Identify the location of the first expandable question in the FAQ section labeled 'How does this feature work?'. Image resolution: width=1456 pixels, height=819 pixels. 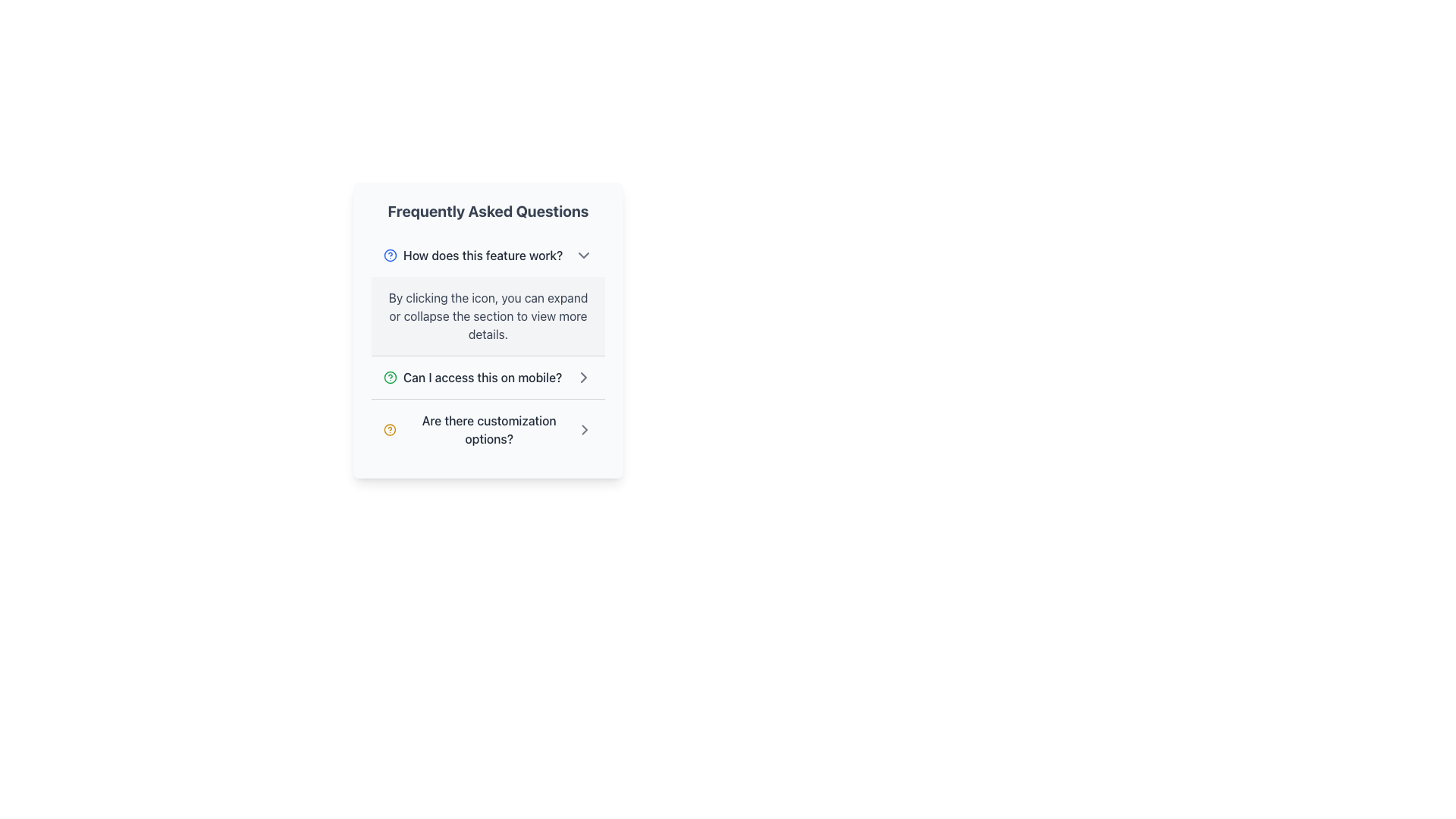
(488, 295).